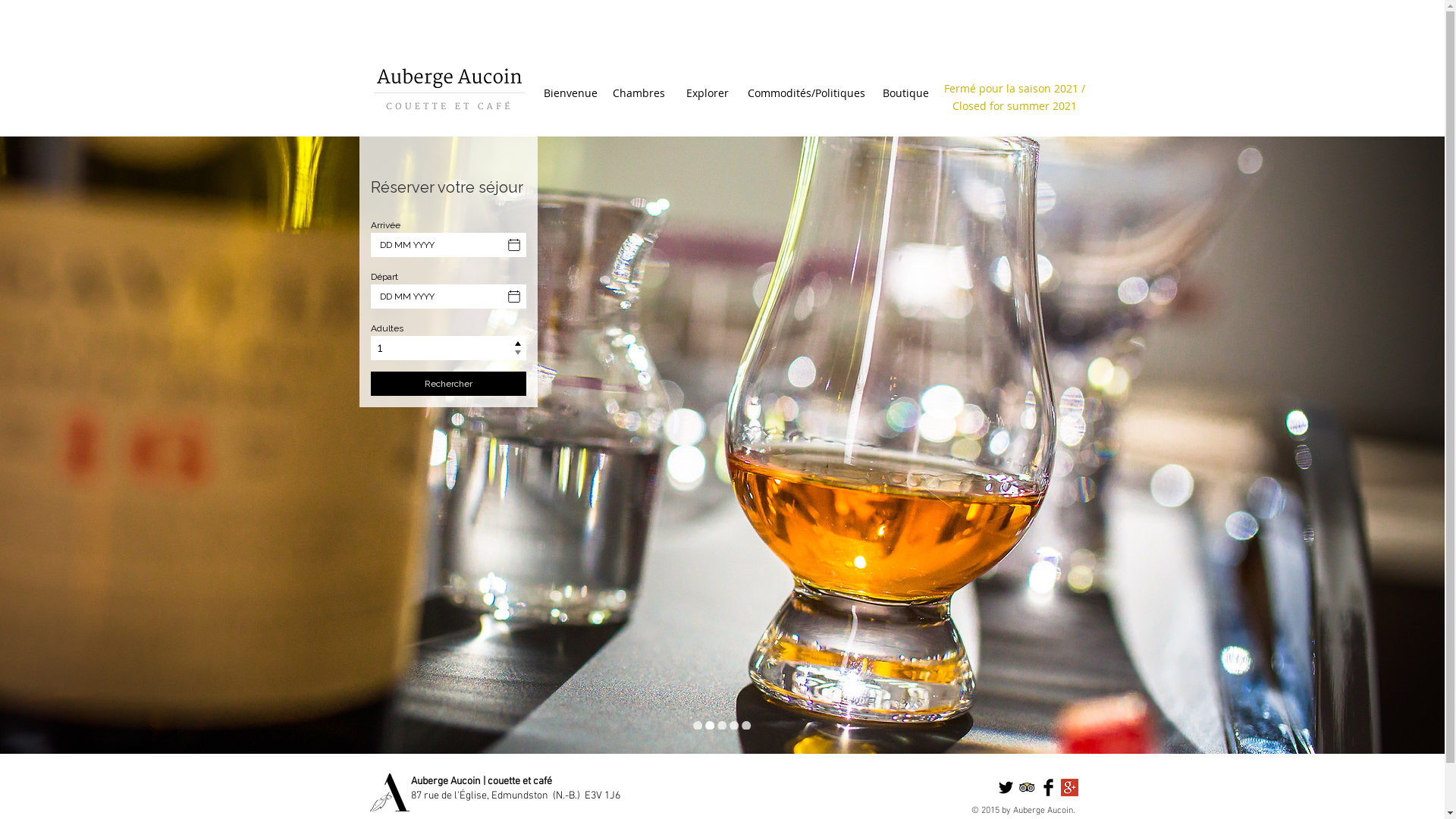 This screenshot has height=819, width=1456. I want to click on 'Closed for summer 2021', so click(1015, 105).